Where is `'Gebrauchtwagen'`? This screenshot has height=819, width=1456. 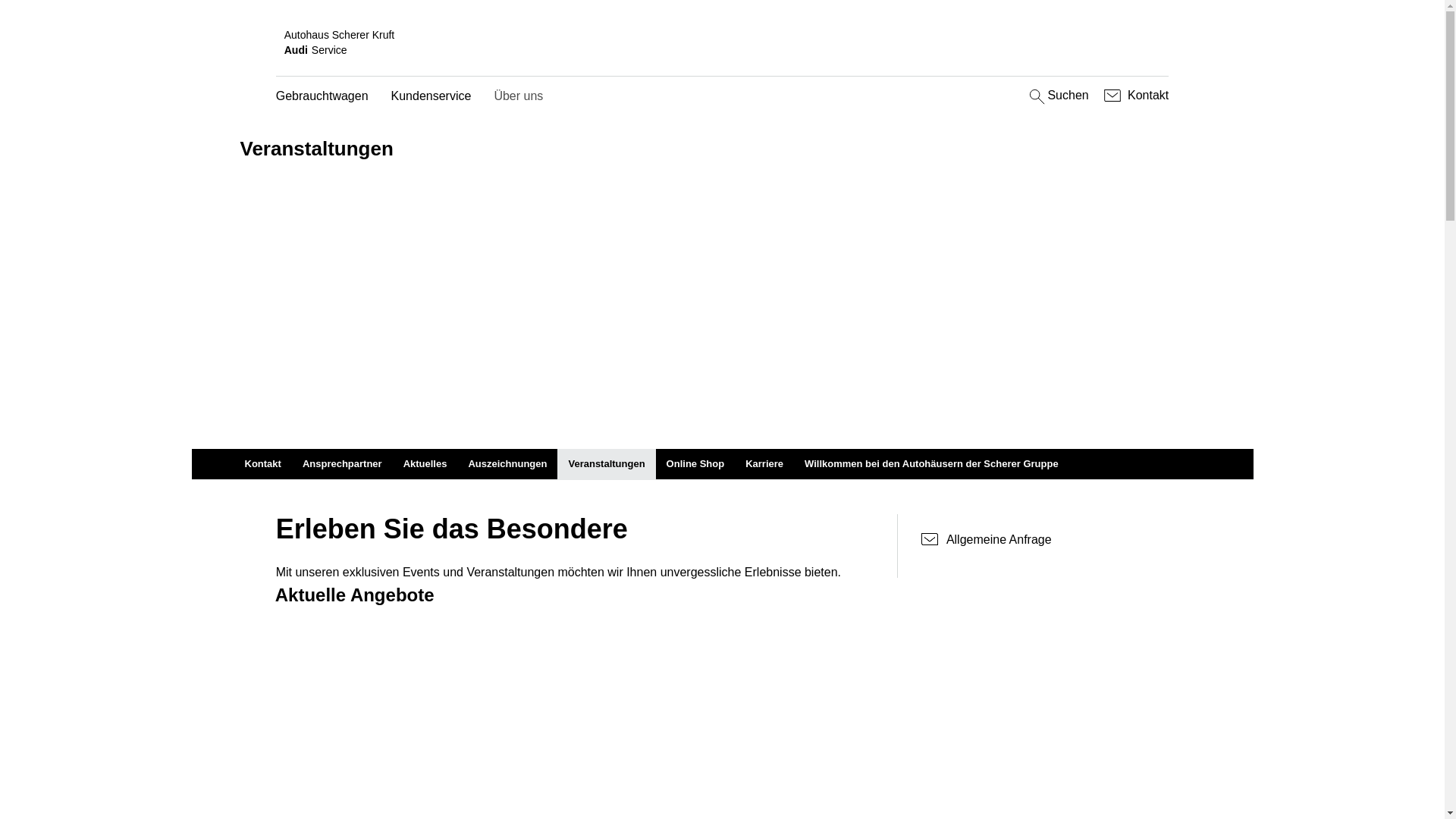 'Gebrauchtwagen' is located at coordinates (322, 96).